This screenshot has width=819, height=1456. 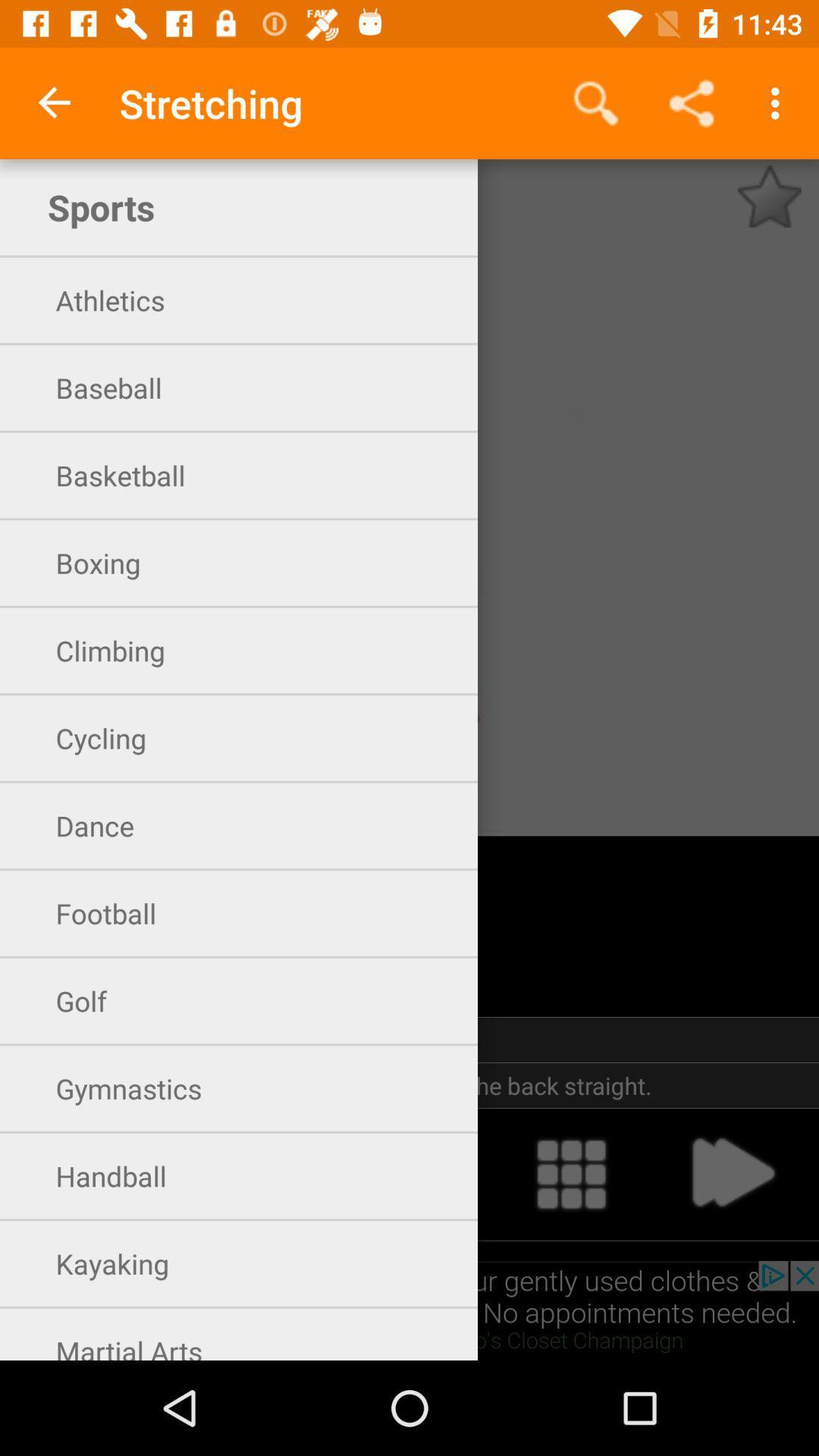 I want to click on to favorites, so click(x=769, y=196).